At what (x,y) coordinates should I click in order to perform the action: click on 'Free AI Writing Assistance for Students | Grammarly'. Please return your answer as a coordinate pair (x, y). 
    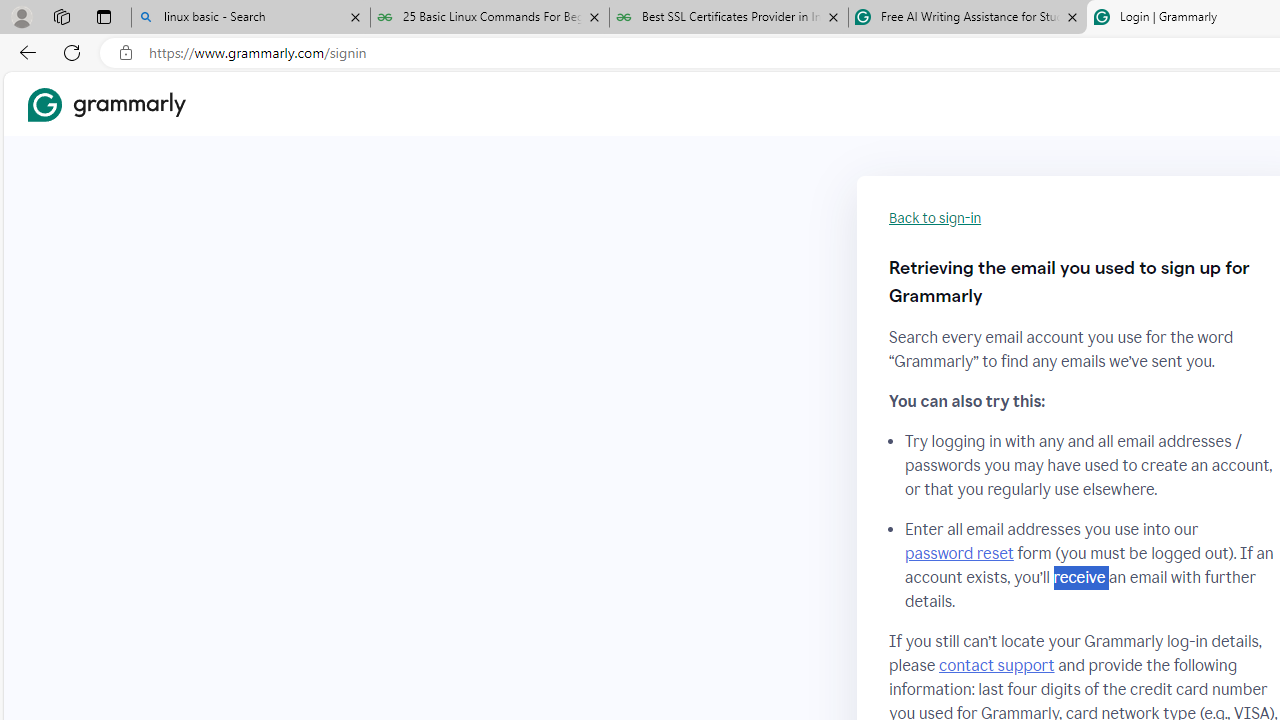
    Looking at the image, I should click on (967, 17).